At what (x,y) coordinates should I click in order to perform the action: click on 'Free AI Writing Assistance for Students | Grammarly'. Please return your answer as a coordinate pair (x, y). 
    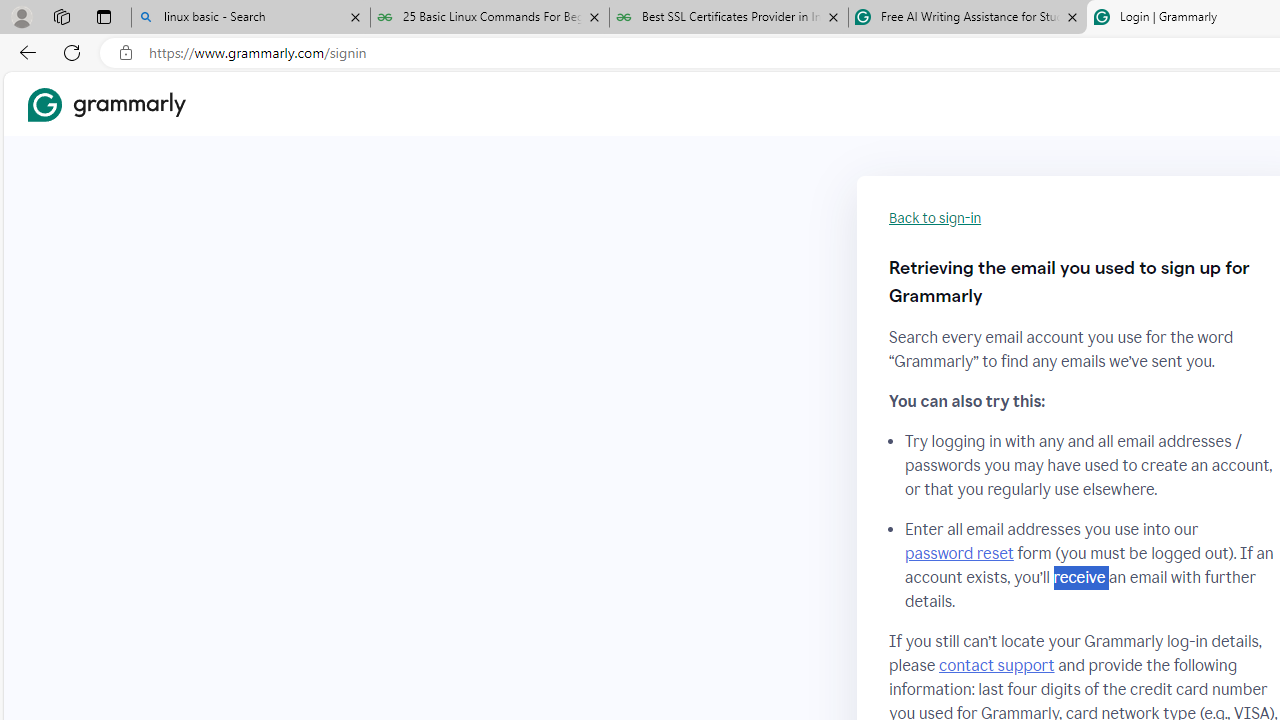
    Looking at the image, I should click on (967, 17).